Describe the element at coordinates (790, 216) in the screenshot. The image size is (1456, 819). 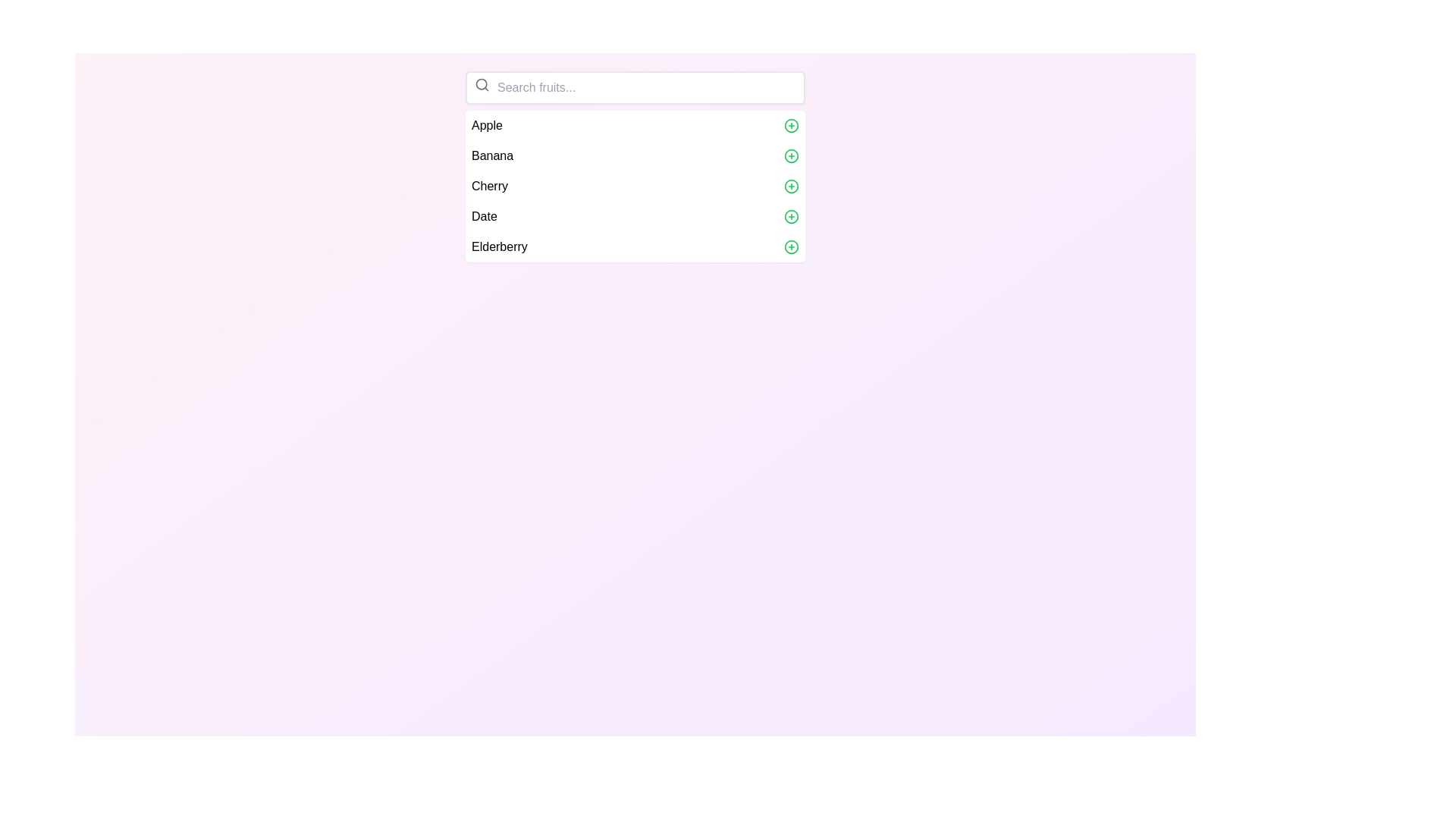
I see `the interactive button located in the fourth row of the list, to the right of the 'Date' label` at that location.